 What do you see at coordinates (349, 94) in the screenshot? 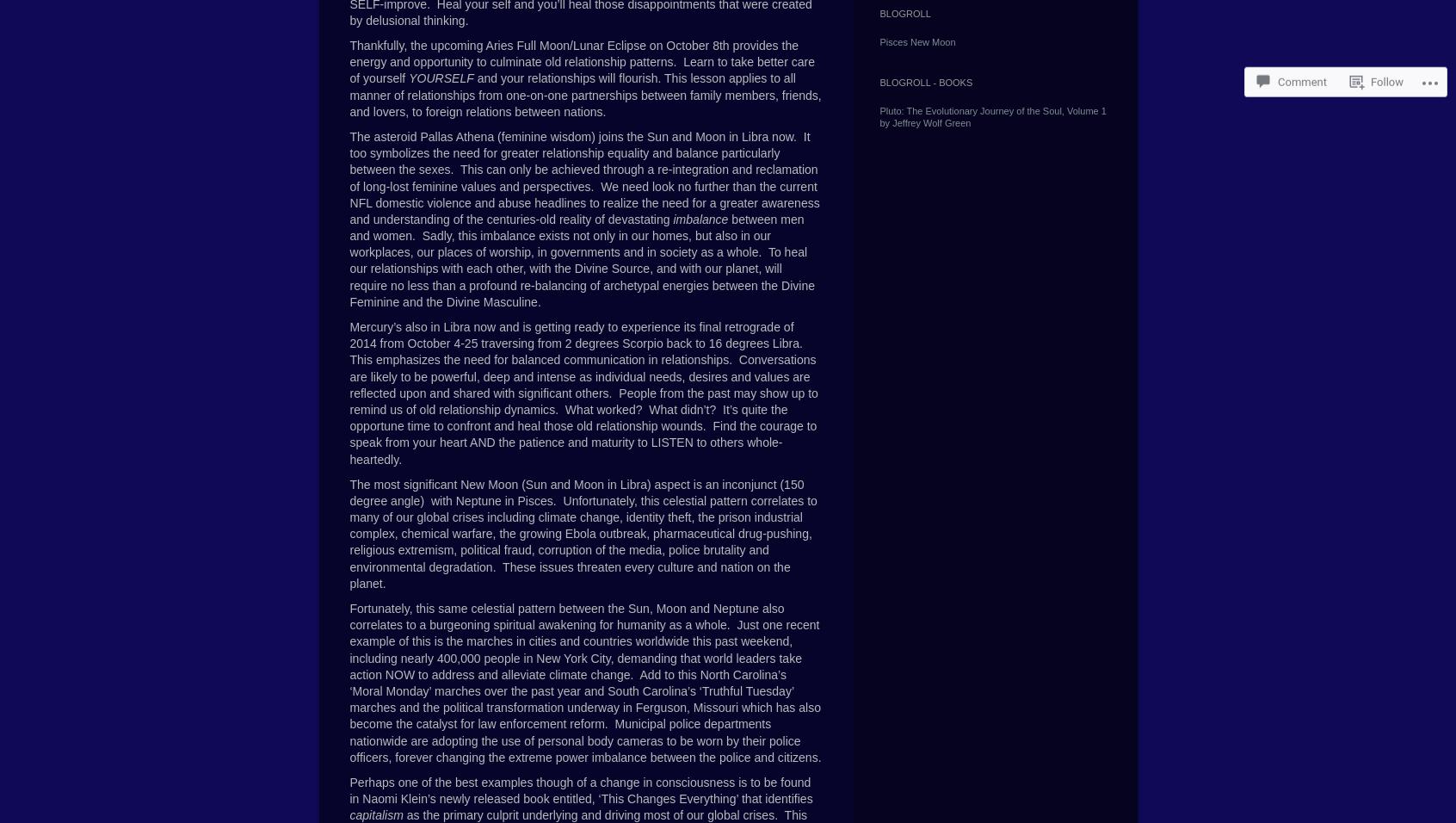
I see `'and your relationships will flourish. This lesson applies to all manner of relationships from one-on-one partnerships between family members, friends, and lovers, to foreign relations between nations.'` at bounding box center [349, 94].